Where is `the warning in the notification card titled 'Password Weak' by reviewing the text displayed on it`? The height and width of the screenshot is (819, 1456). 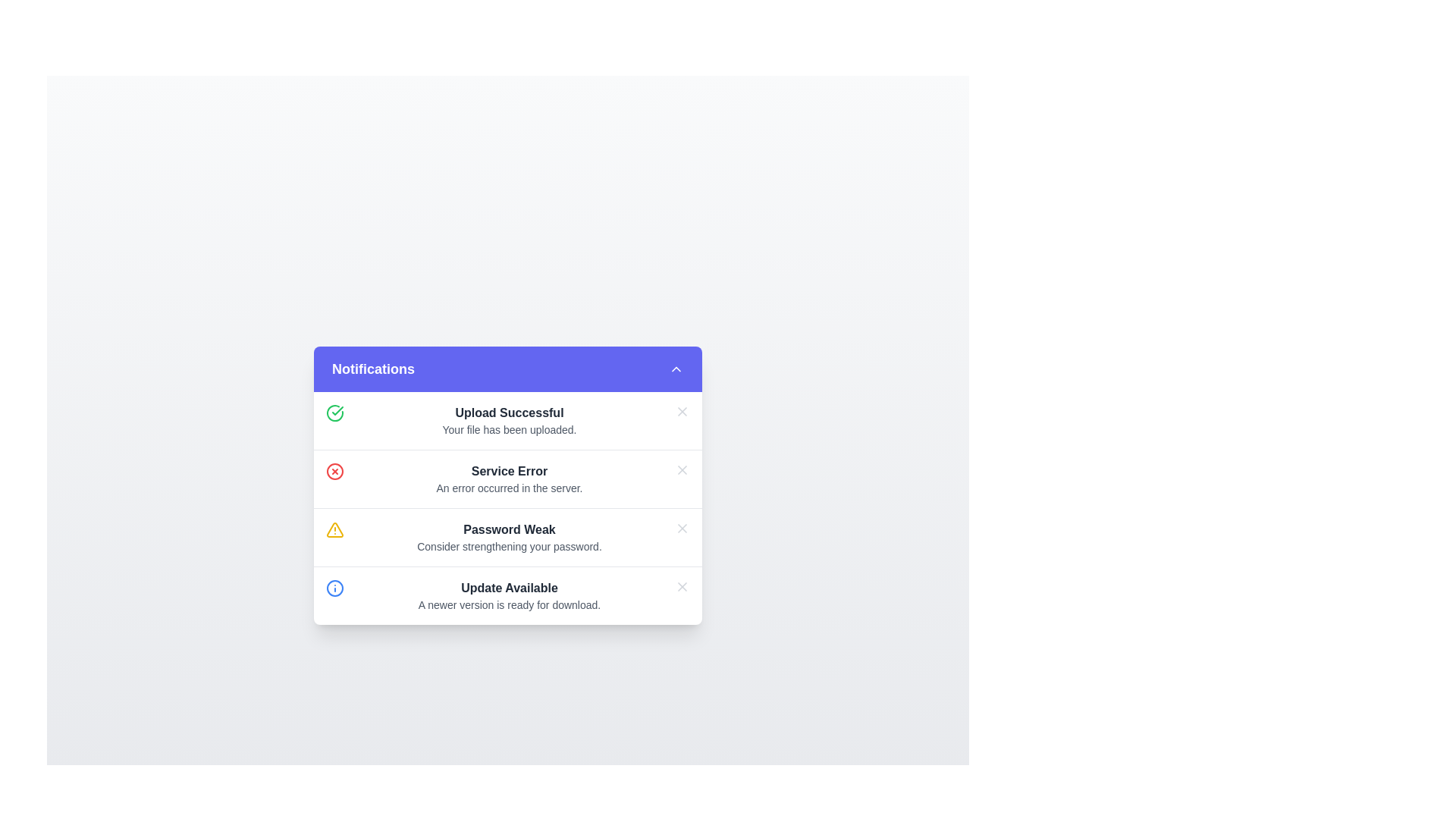 the warning in the notification card titled 'Password Weak' by reviewing the text displayed on it is located at coordinates (508, 536).